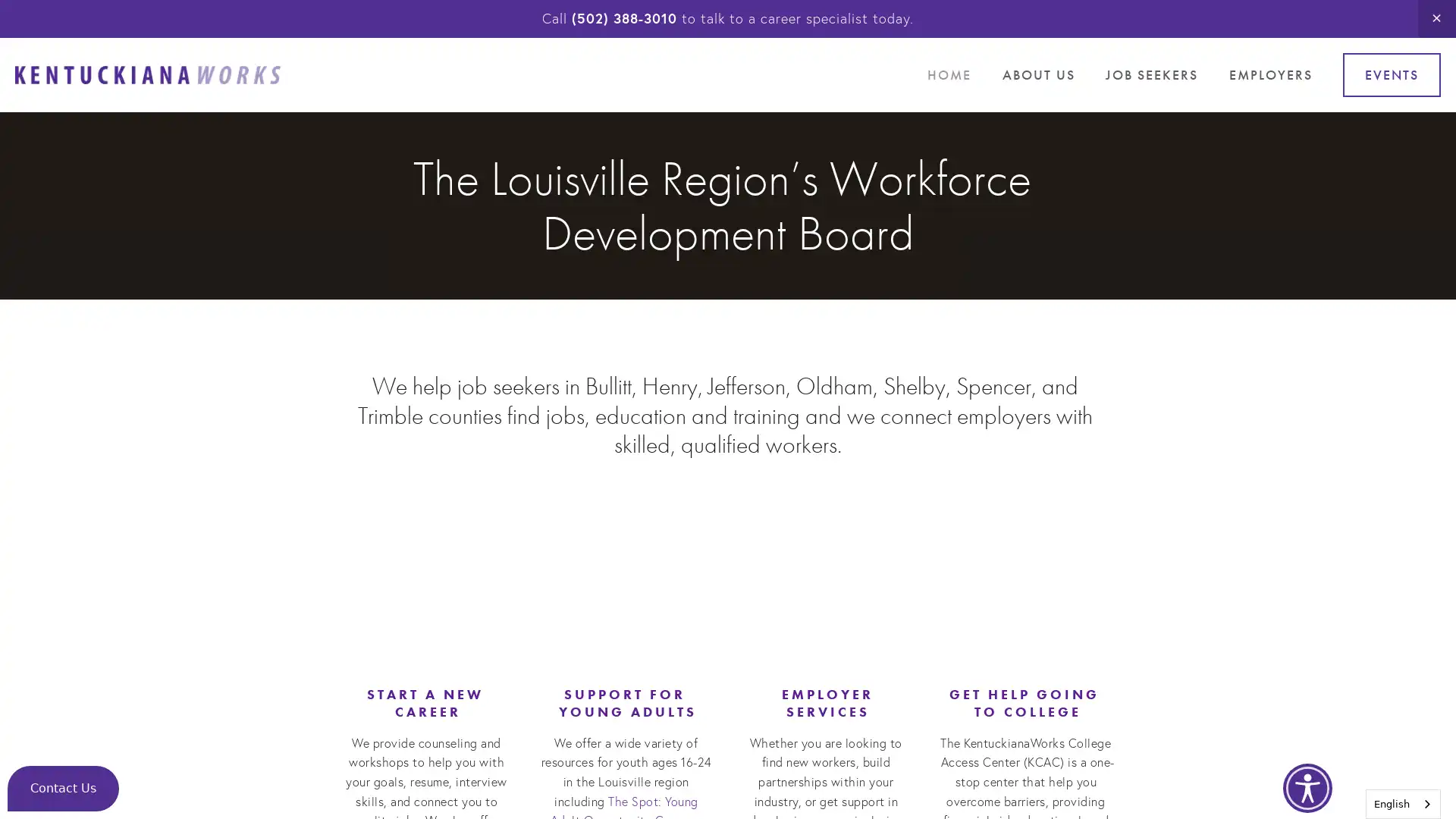 The height and width of the screenshot is (819, 1456). I want to click on Accessibility Menu, so click(1307, 787).